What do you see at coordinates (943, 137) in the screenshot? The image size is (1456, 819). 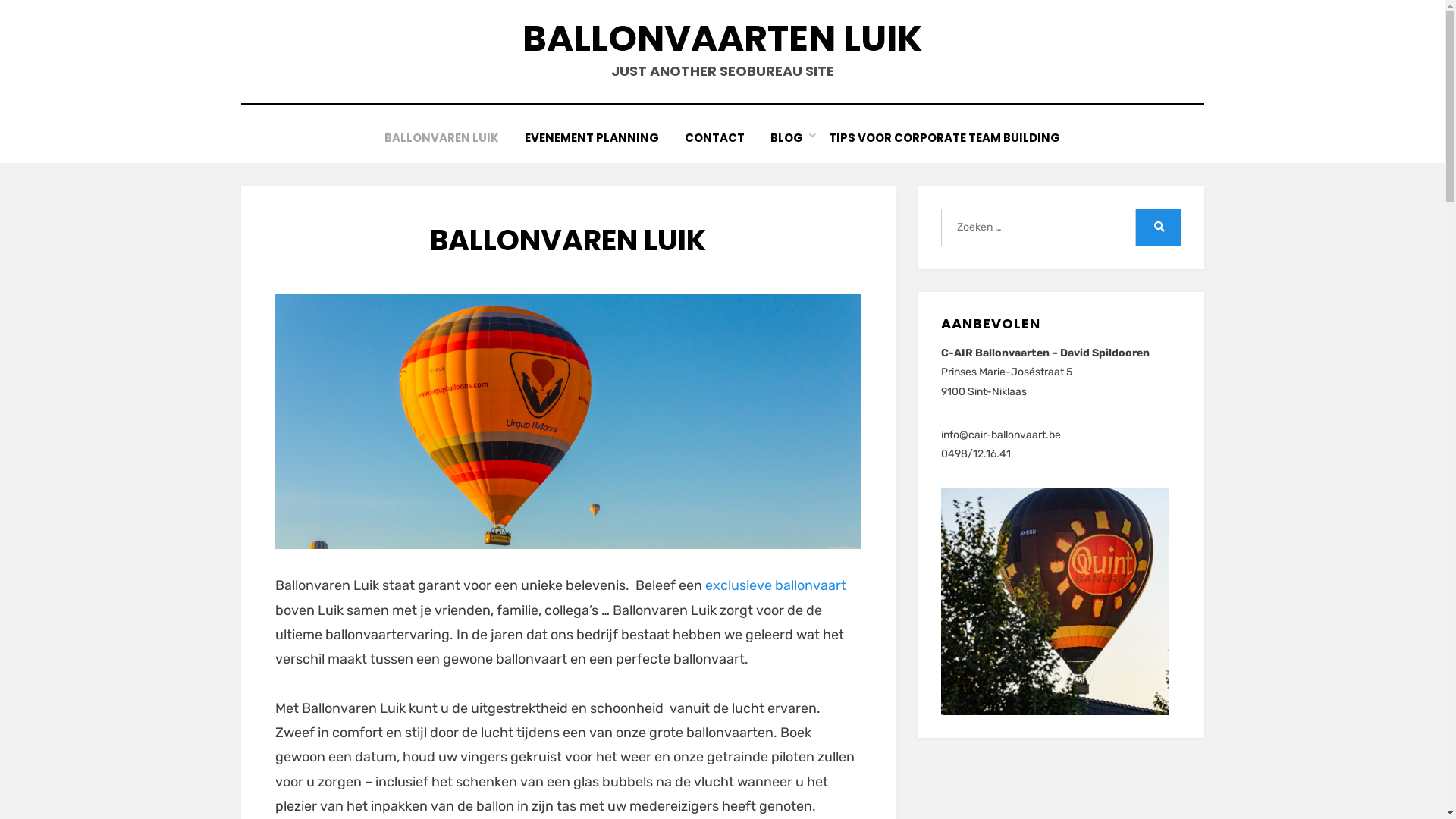 I see `'TIPS VOOR CORPORATE TEAM BUILDING'` at bounding box center [943, 137].